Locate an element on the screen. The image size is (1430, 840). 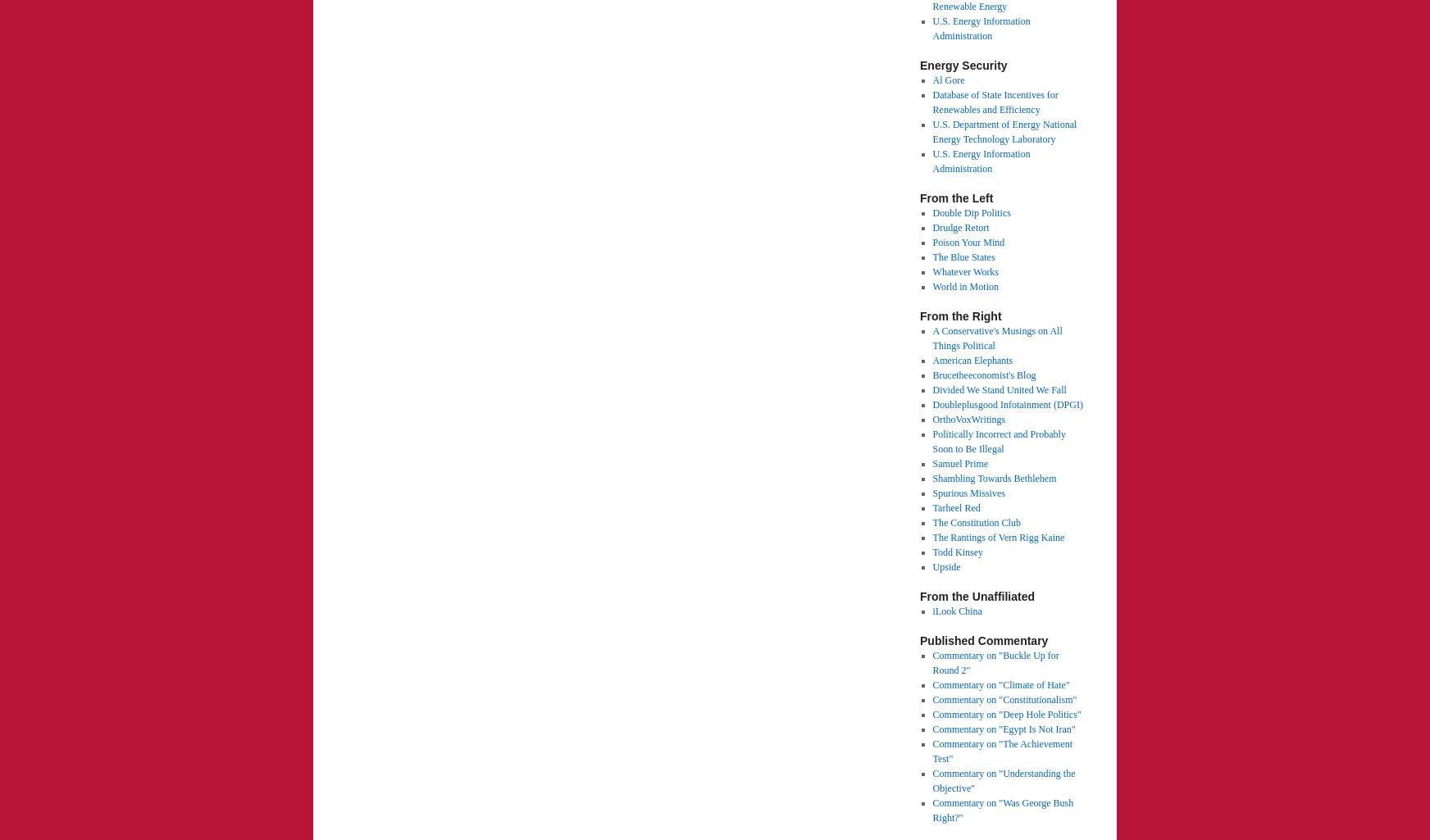
'Commentary on "The Achievement Test"' is located at coordinates (1002, 750).